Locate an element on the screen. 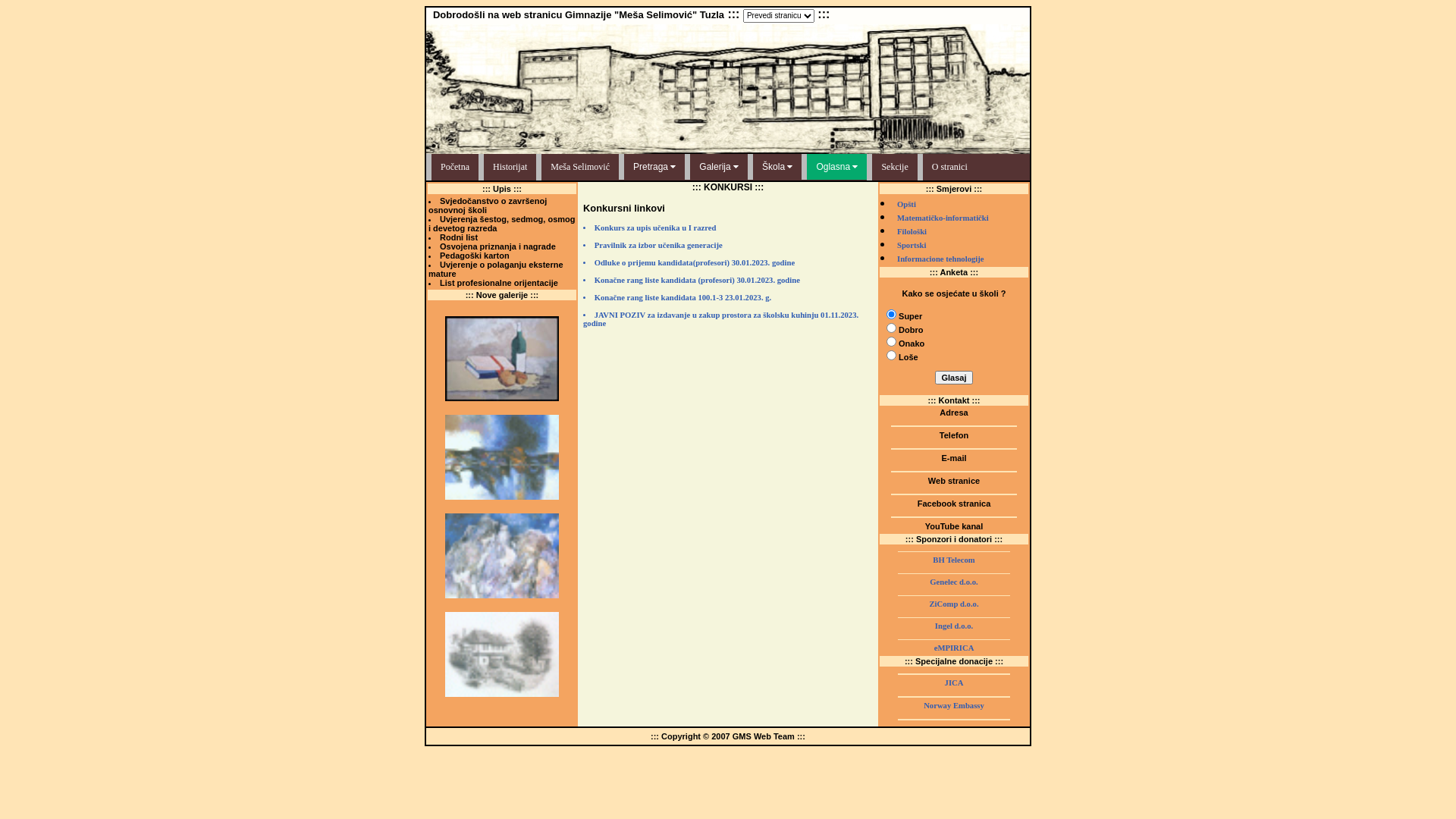 This screenshot has width=1456, height=819. 'Norway Embassy' is located at coordinates (952, 705).